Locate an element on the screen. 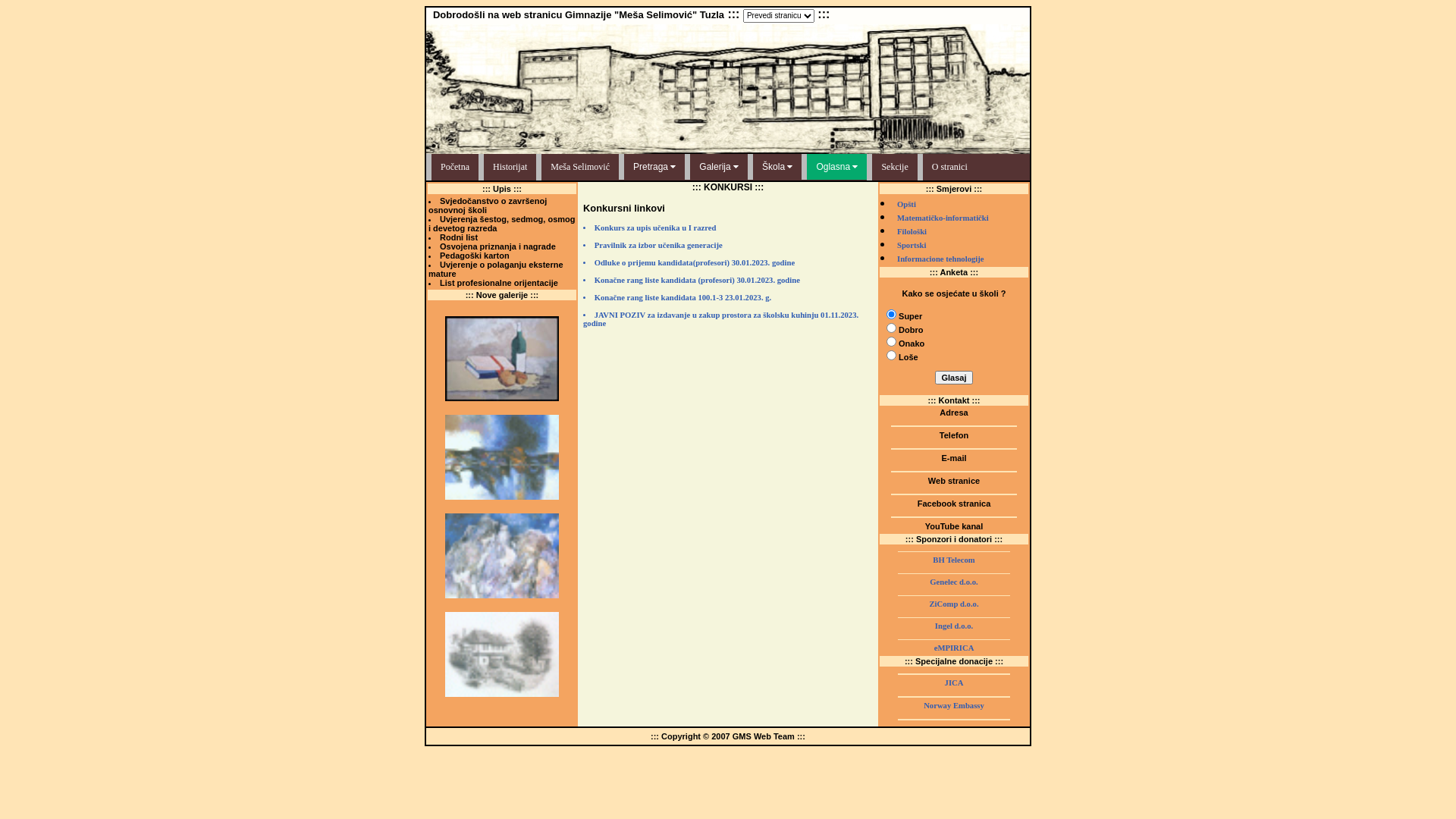 This screenshot has width=1456, height=819. 'Norway Embassy' is located at coordinates (952, 705).